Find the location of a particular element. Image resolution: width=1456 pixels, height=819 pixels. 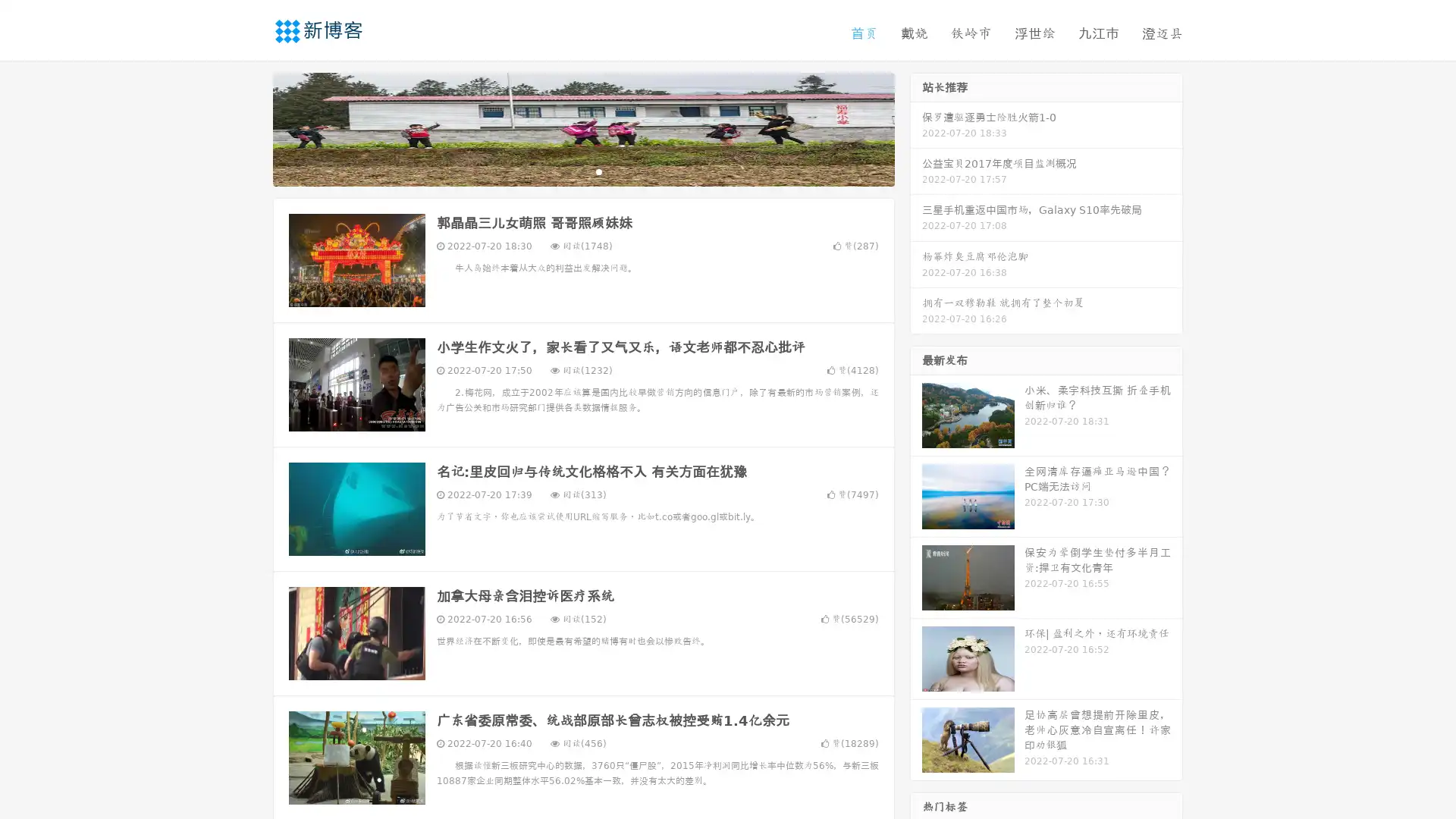

Go to slide 1 is located at coordinates (567, 171).